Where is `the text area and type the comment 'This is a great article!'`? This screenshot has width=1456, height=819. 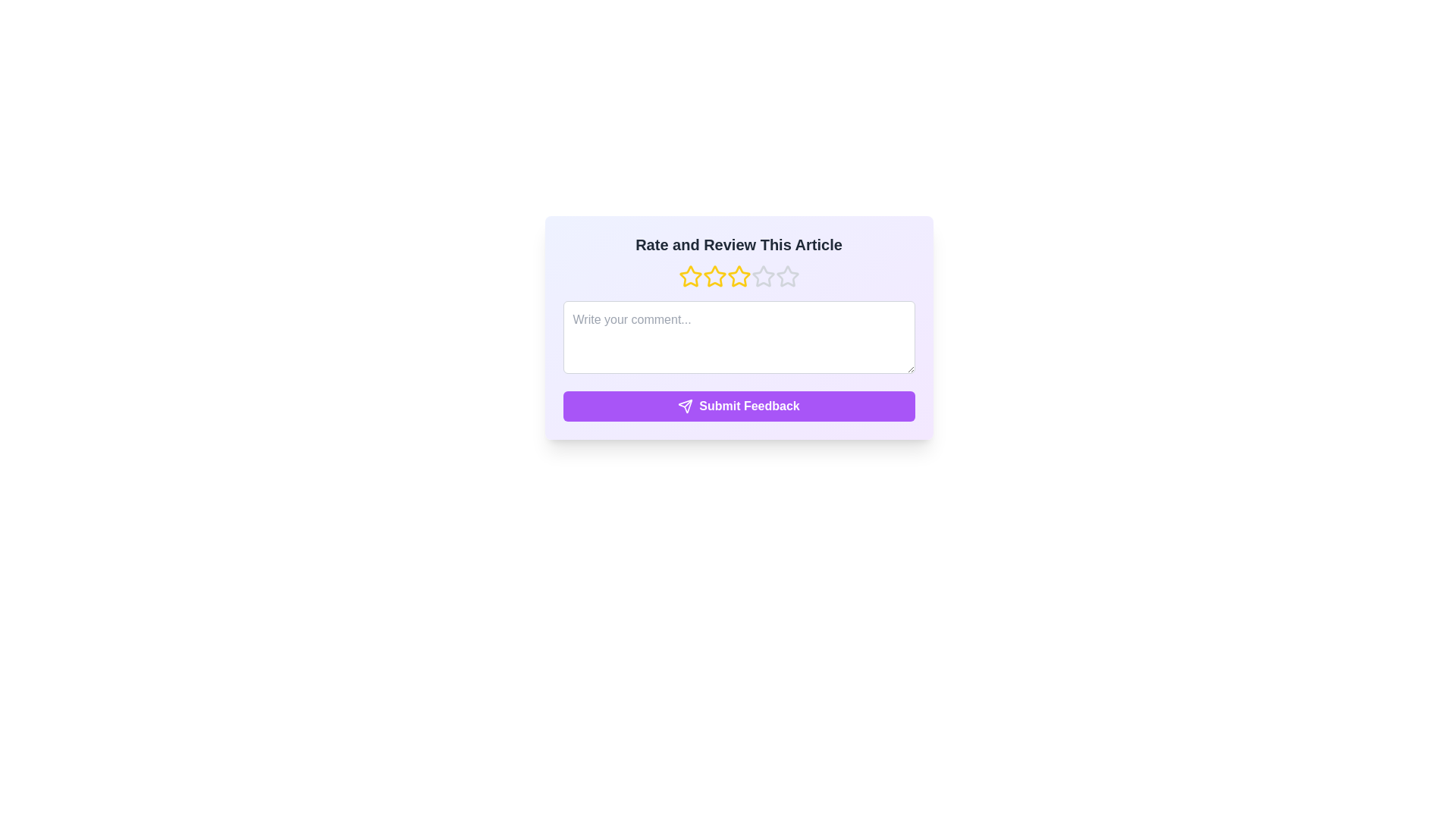 the text area and type the comment 'This is a great article!' is located at coordinates (739, 336).